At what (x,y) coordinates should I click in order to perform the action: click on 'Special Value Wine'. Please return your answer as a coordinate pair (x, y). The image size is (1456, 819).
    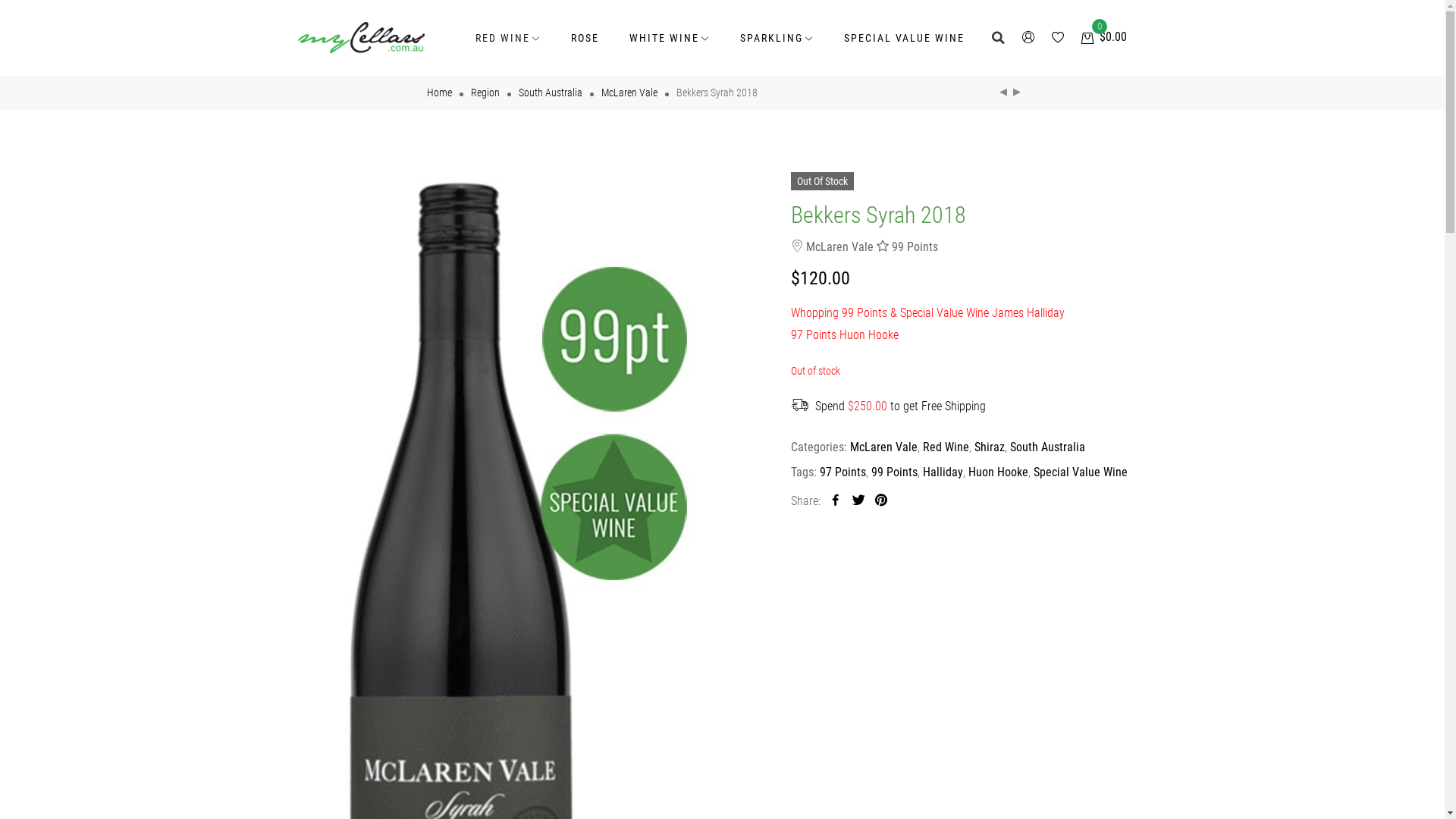
    Looking at the image, I should click on (1079, 471).